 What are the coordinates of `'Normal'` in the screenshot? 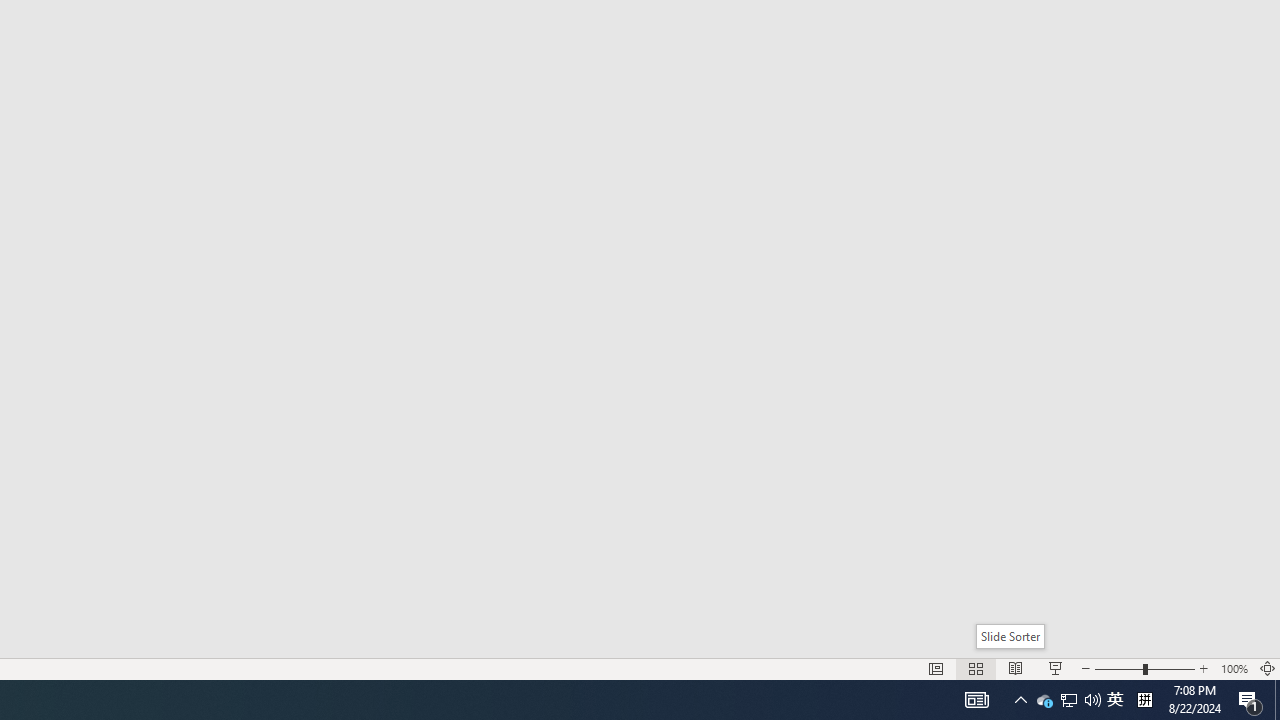 It's located at (935, 669).